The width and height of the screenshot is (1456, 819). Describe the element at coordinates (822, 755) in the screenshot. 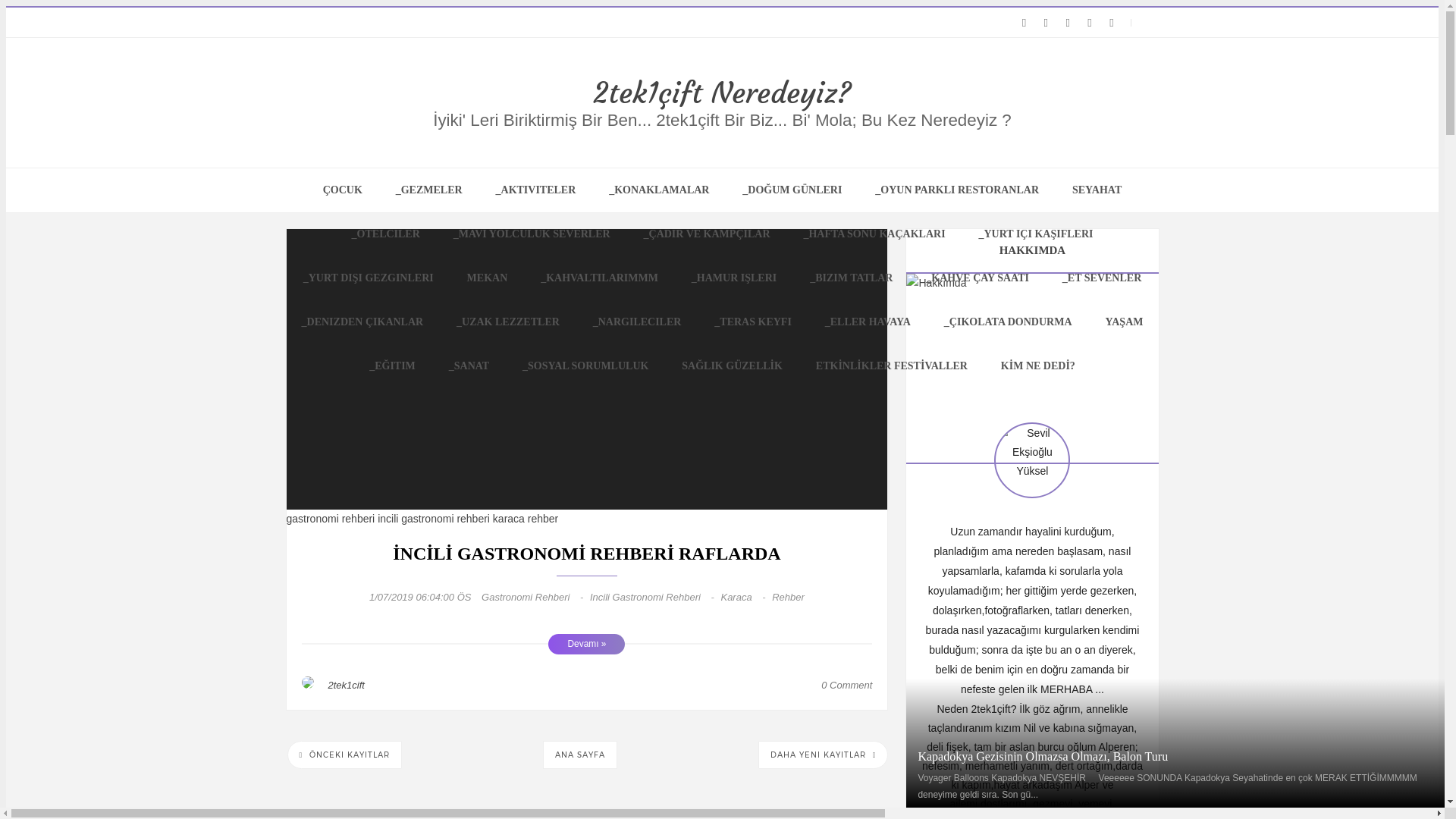

I see `'DAHA YENI KAYITLAR'` at that location.